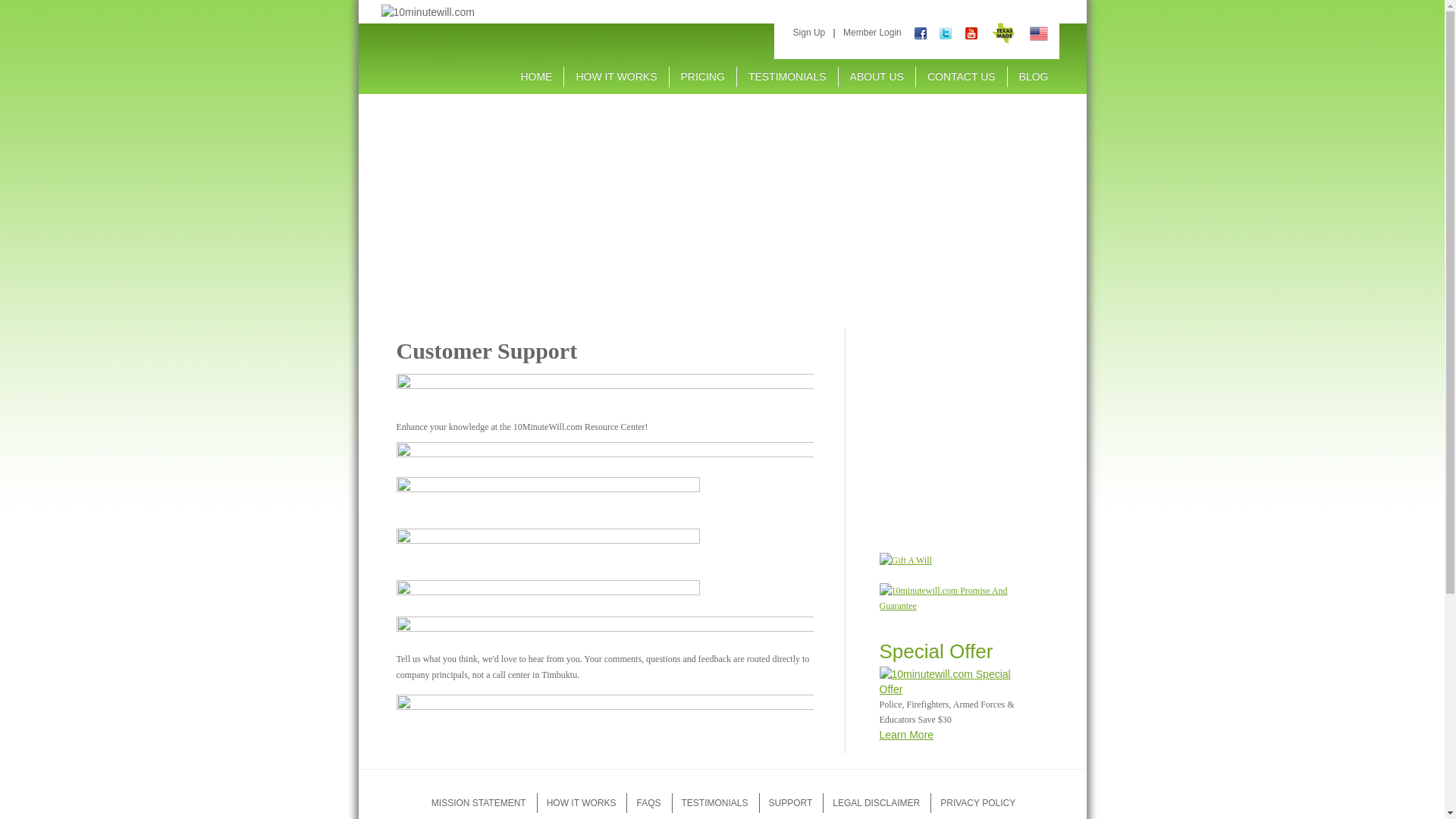 Image resolution: width=1456 pixels, height=819 pixels. I want to click on 'PRICING', so click(701, 76).